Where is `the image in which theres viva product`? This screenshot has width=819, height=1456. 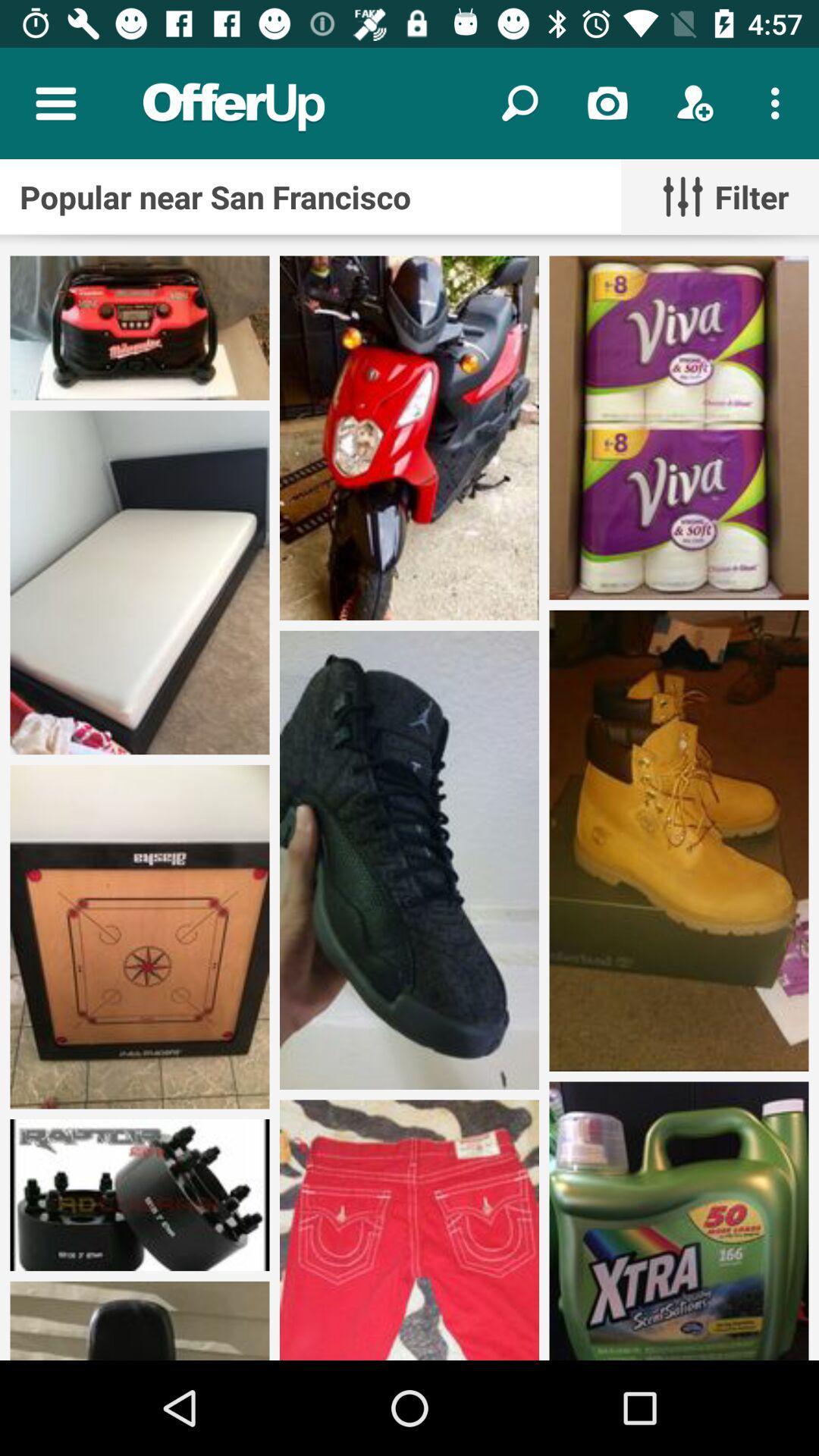 the image in which theres viva product is located at coordinates (678, 427).